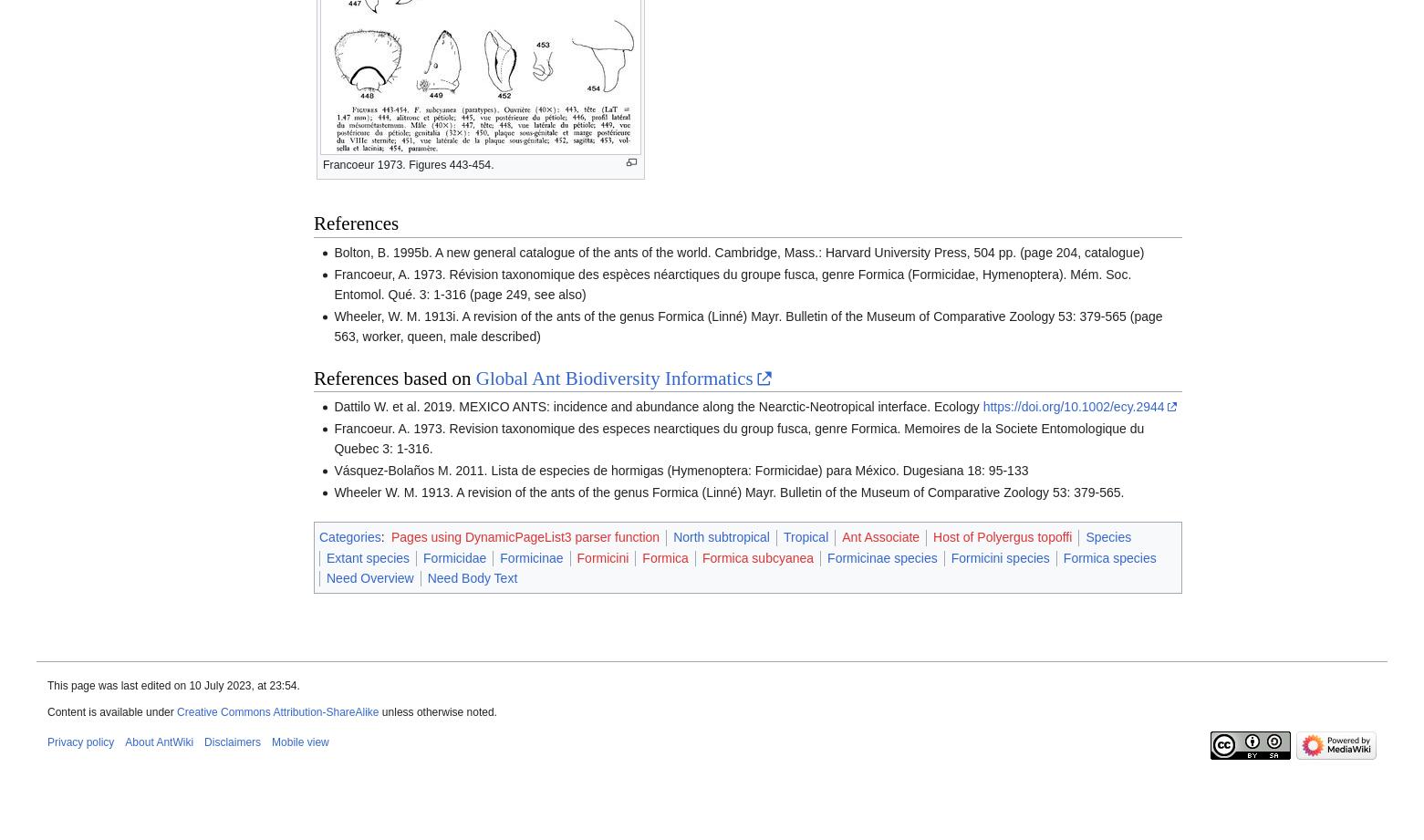 This screenshot has width=1424, height=840. What do you see at coordinates (390, 535) in the screenshot?
I see `'Pages using DynamicPageList3 parser function'` at bounding box center [390, 535].